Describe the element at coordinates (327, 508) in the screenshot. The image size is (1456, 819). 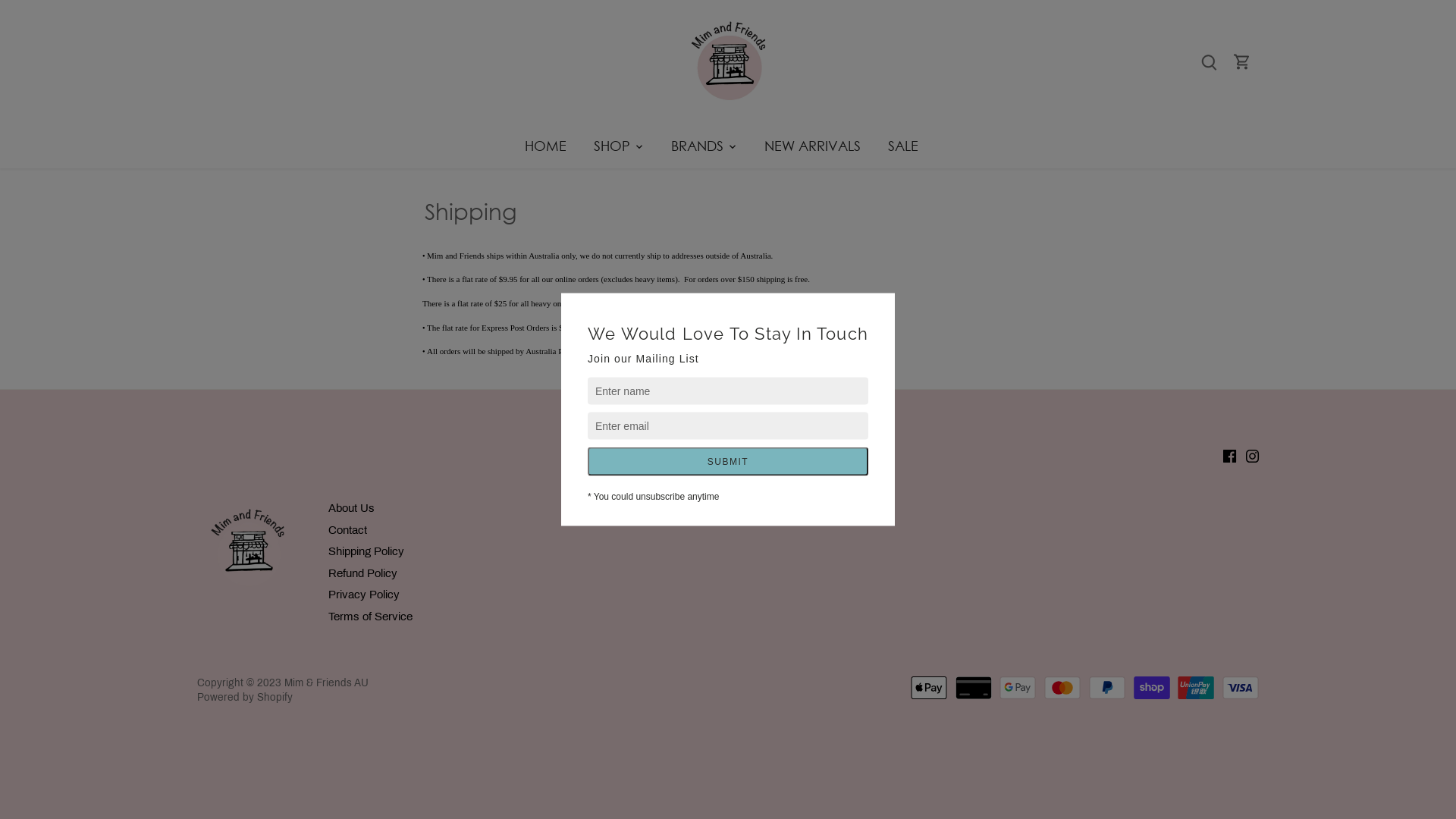
I see `'About Us'` at that location.